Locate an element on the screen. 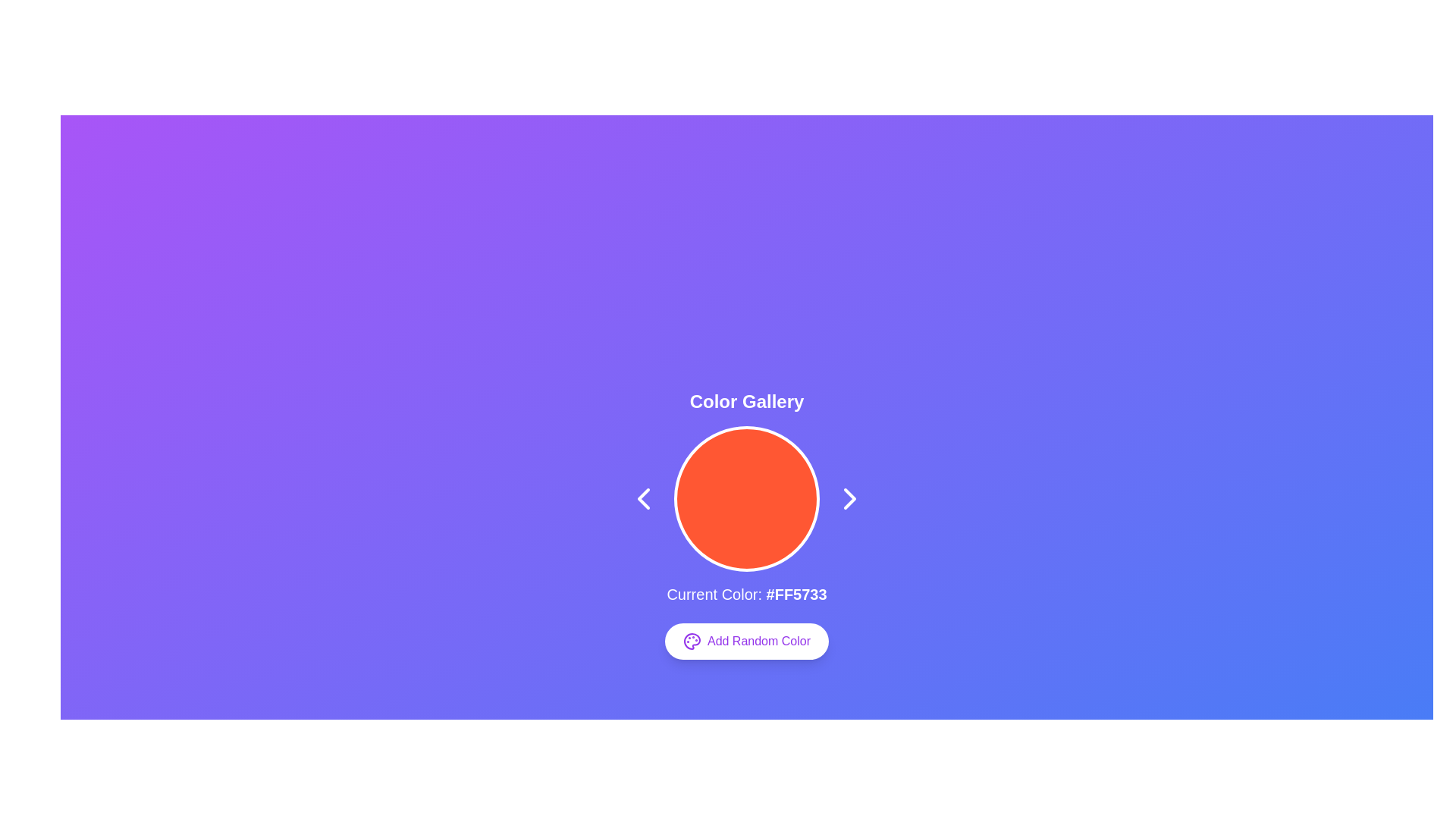 The width and height of the screenshot is (1456, 819). the navigational button located to the left of the circular color block to go to the previous item in the gallery is located at coordinates (644, 499).